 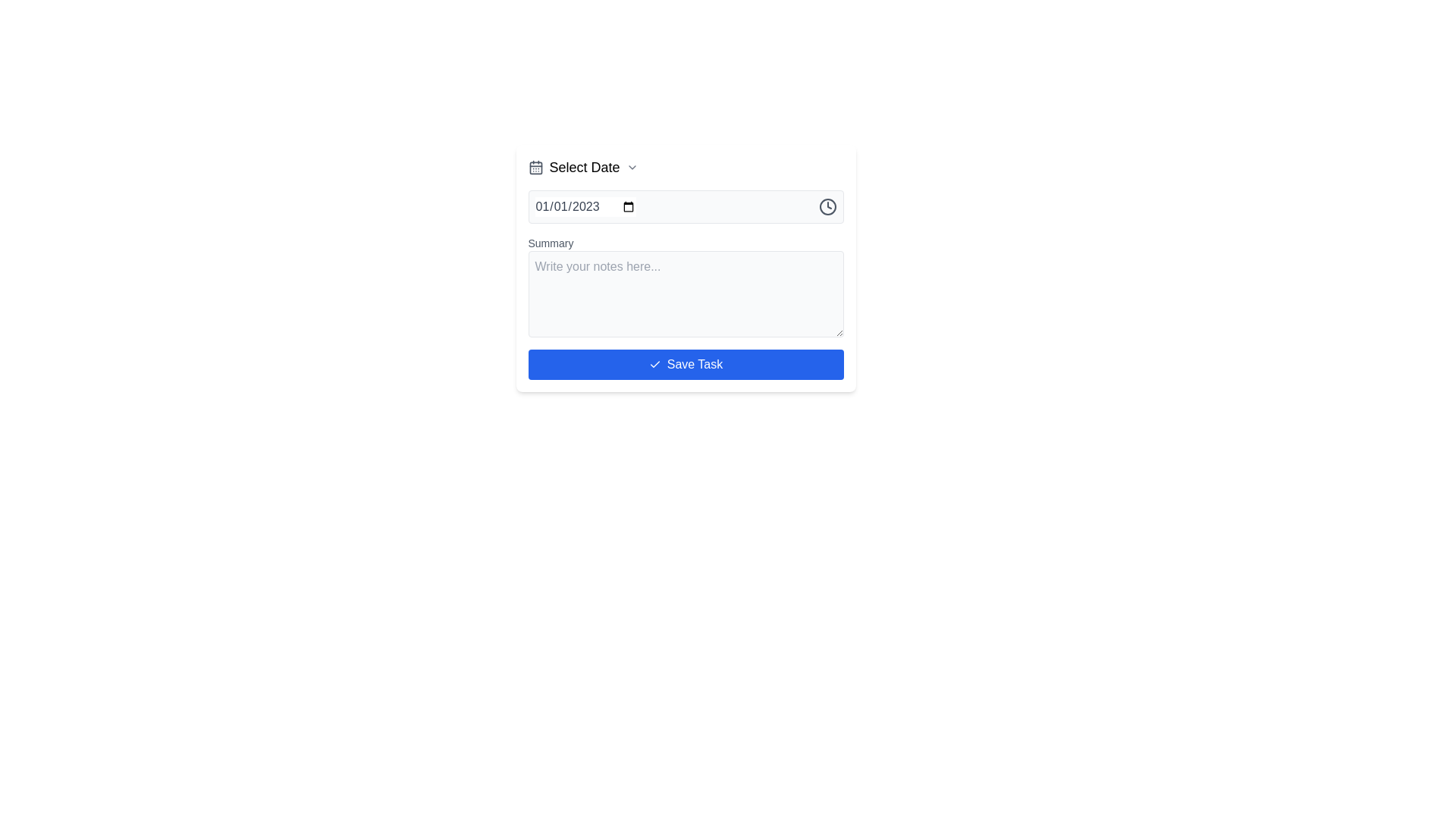 I want to click on the 'Save Task' button with a blue background and white text, so click(x=685, y=365).